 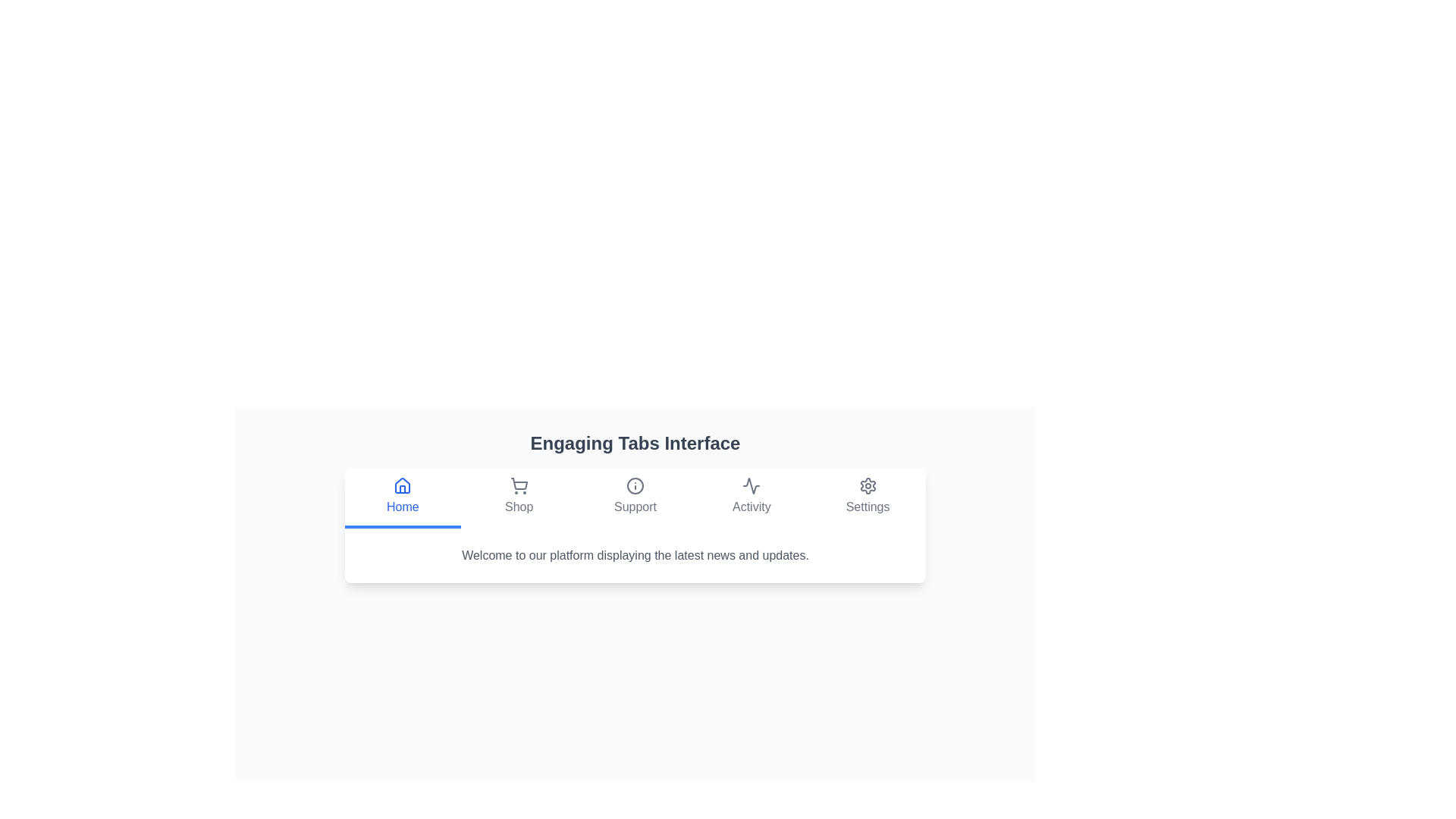 What do you see at coordinates (635, 497) in the screenshot?
I see `the 'Support' navigation tab` at bounding box center [635, 497].